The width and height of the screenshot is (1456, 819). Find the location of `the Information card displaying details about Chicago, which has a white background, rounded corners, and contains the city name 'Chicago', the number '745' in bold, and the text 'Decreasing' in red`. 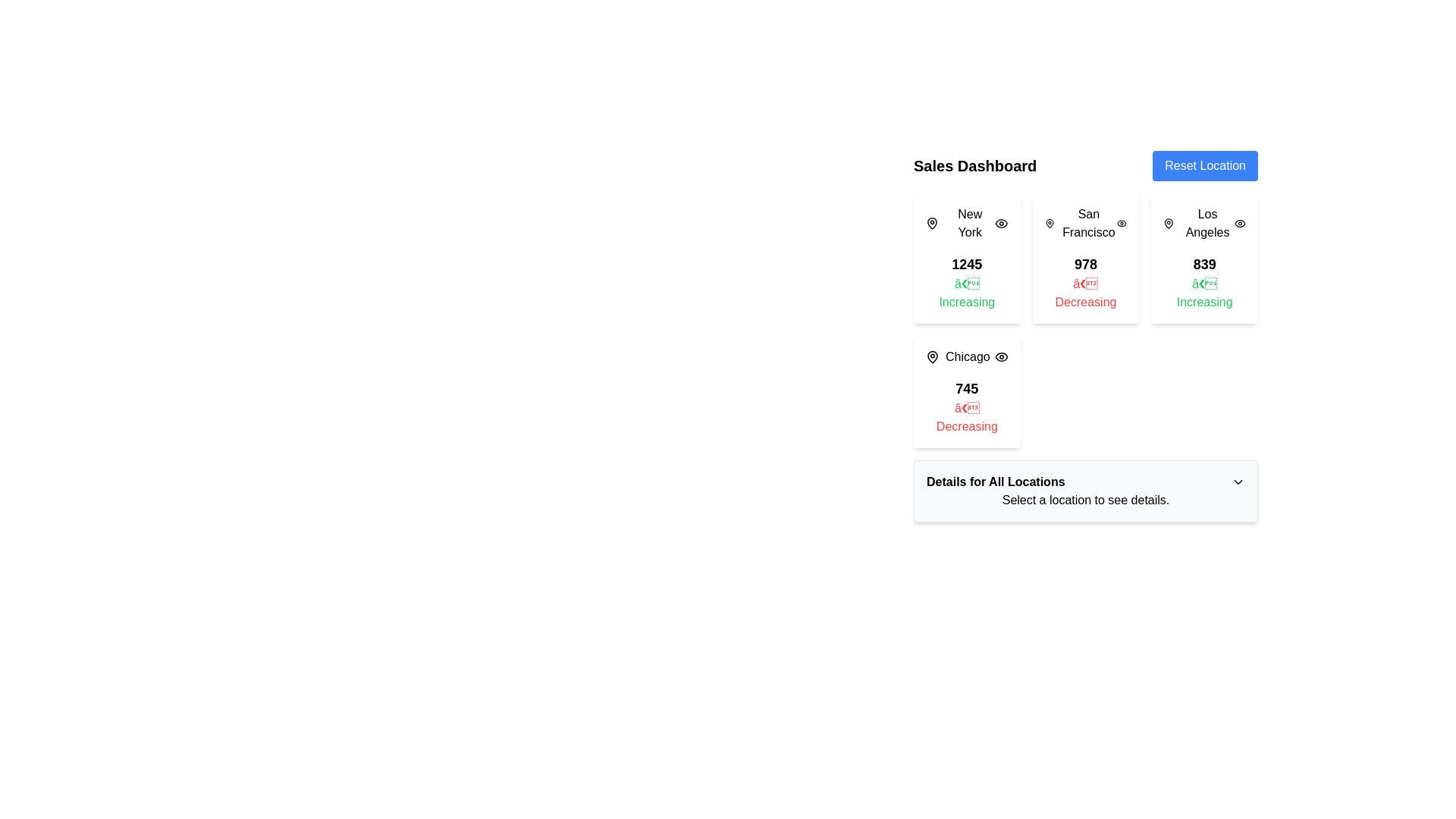

the Information card displaying details about Chicago, which has a white background, rounded corners, and contains the city name 'Chicago', the number '745' in bold, and the text 'Decreasing' in red is located at coordinates (966, 391).